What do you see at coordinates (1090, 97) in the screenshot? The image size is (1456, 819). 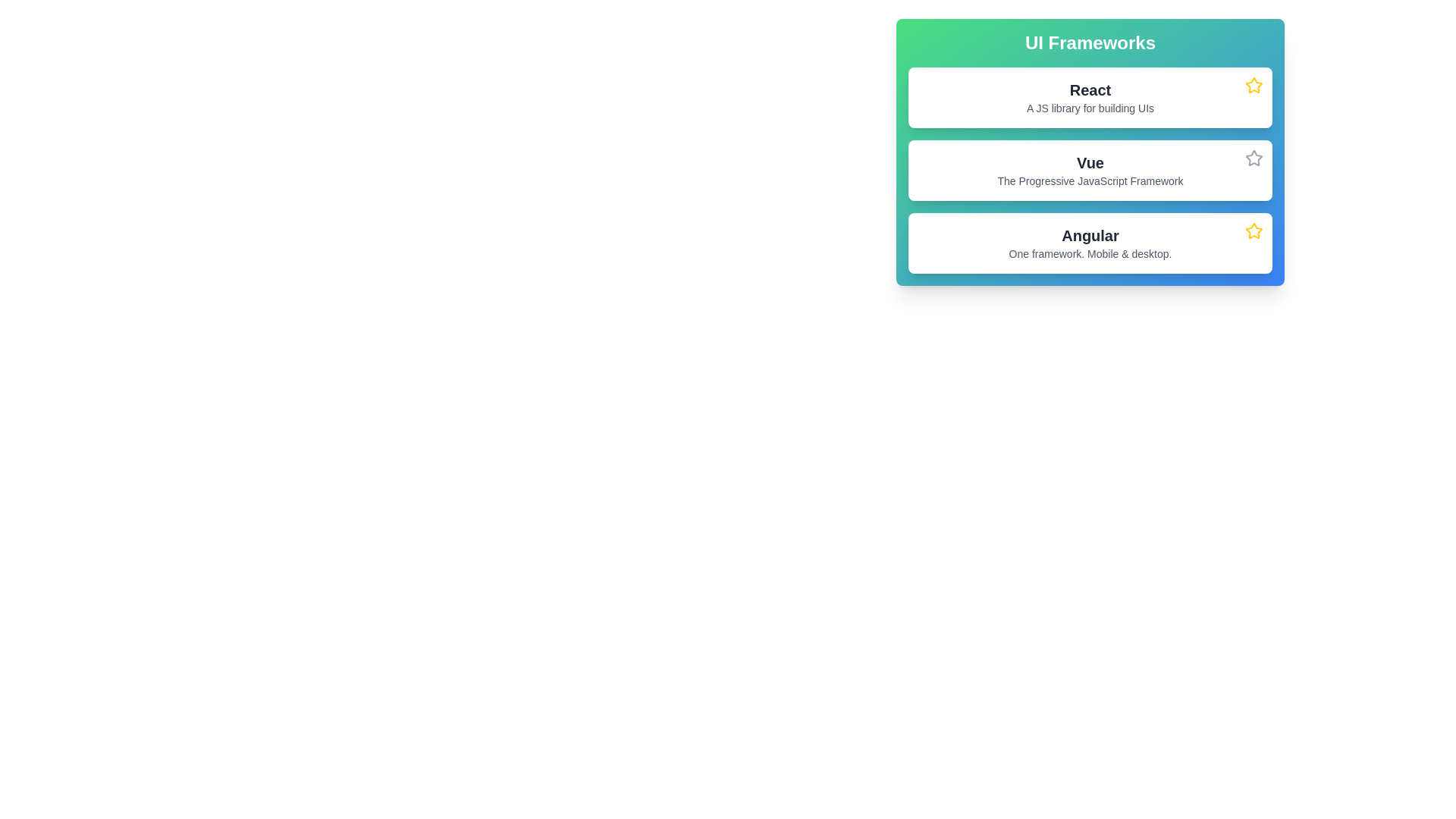 I see `the first card labeled 'React' in the vertically stacked list of UI frameworks` at bounding box center [1090, 97].